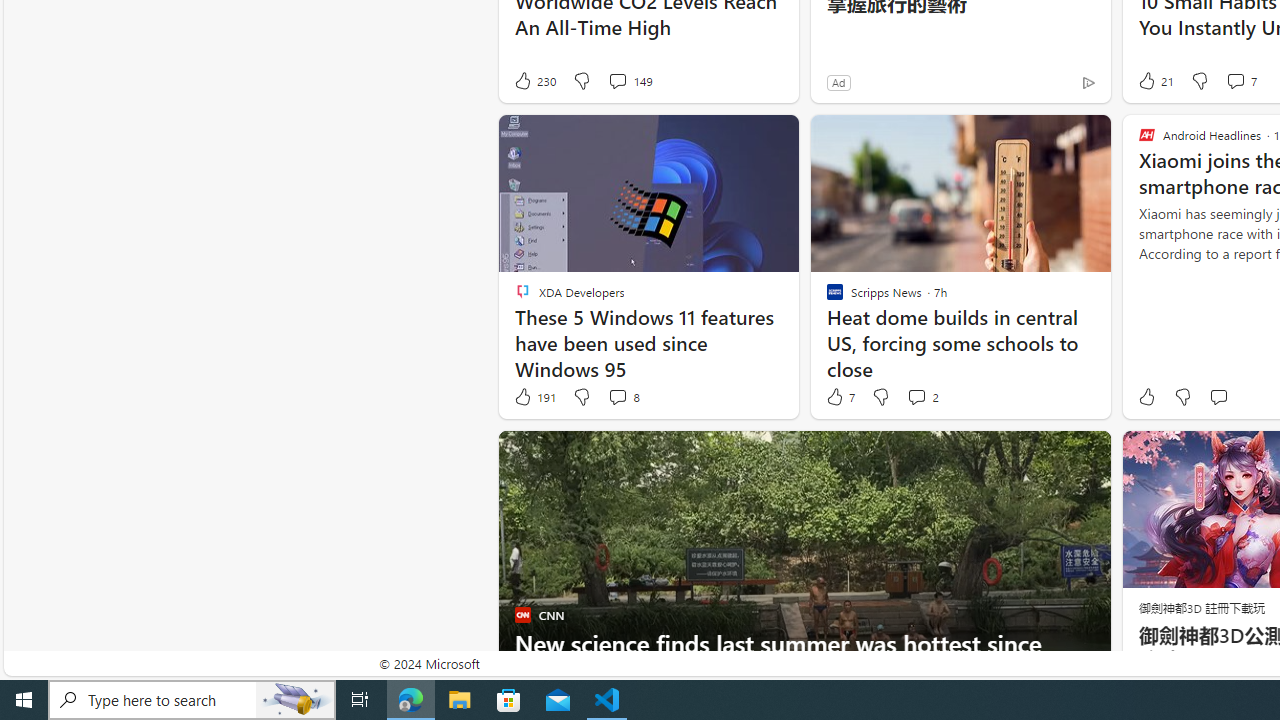 This screenshot has height=720, width=1280. I want to click on 'View comments 7 Comment', so click(1234, 80).